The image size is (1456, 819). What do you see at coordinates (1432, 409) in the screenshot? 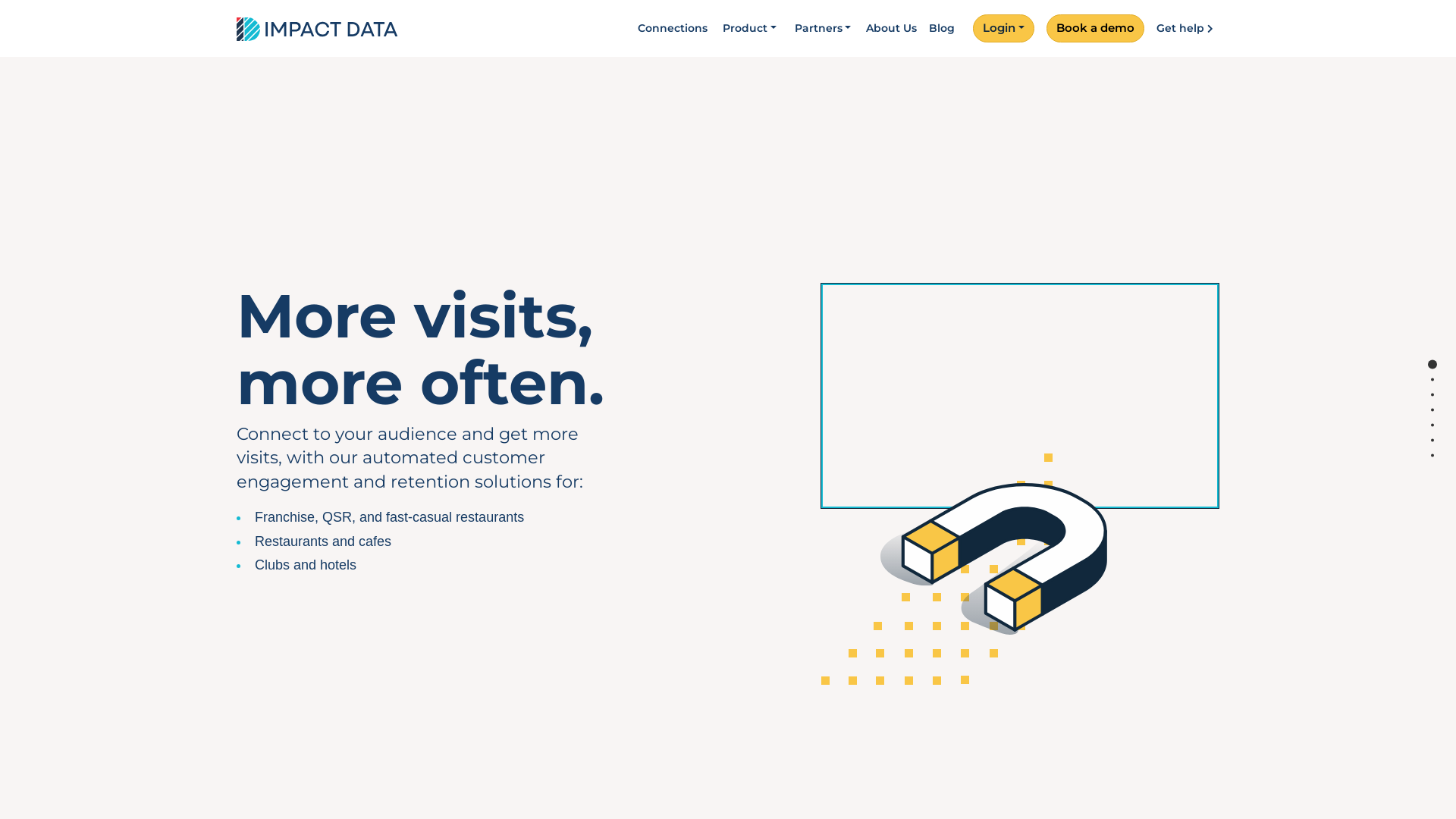
I see `'Section 4'` at bounding box center [1432, 409].